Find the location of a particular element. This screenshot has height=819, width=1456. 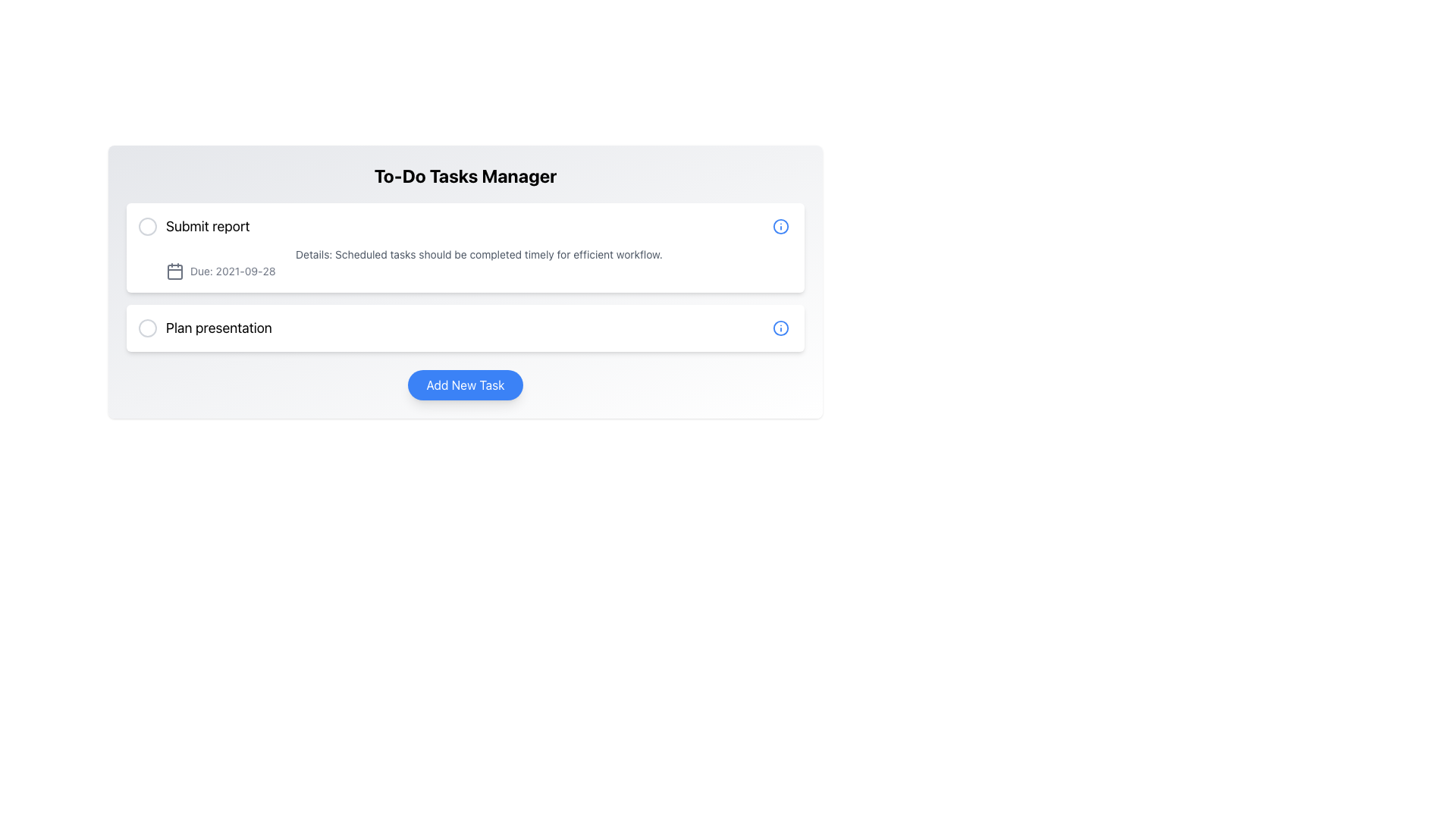

the text label that serves as the title for the associated task, located in the top-left section of the interface, within the first task card, to the right of a circular checkbox control is located at coordinates (207, 227).